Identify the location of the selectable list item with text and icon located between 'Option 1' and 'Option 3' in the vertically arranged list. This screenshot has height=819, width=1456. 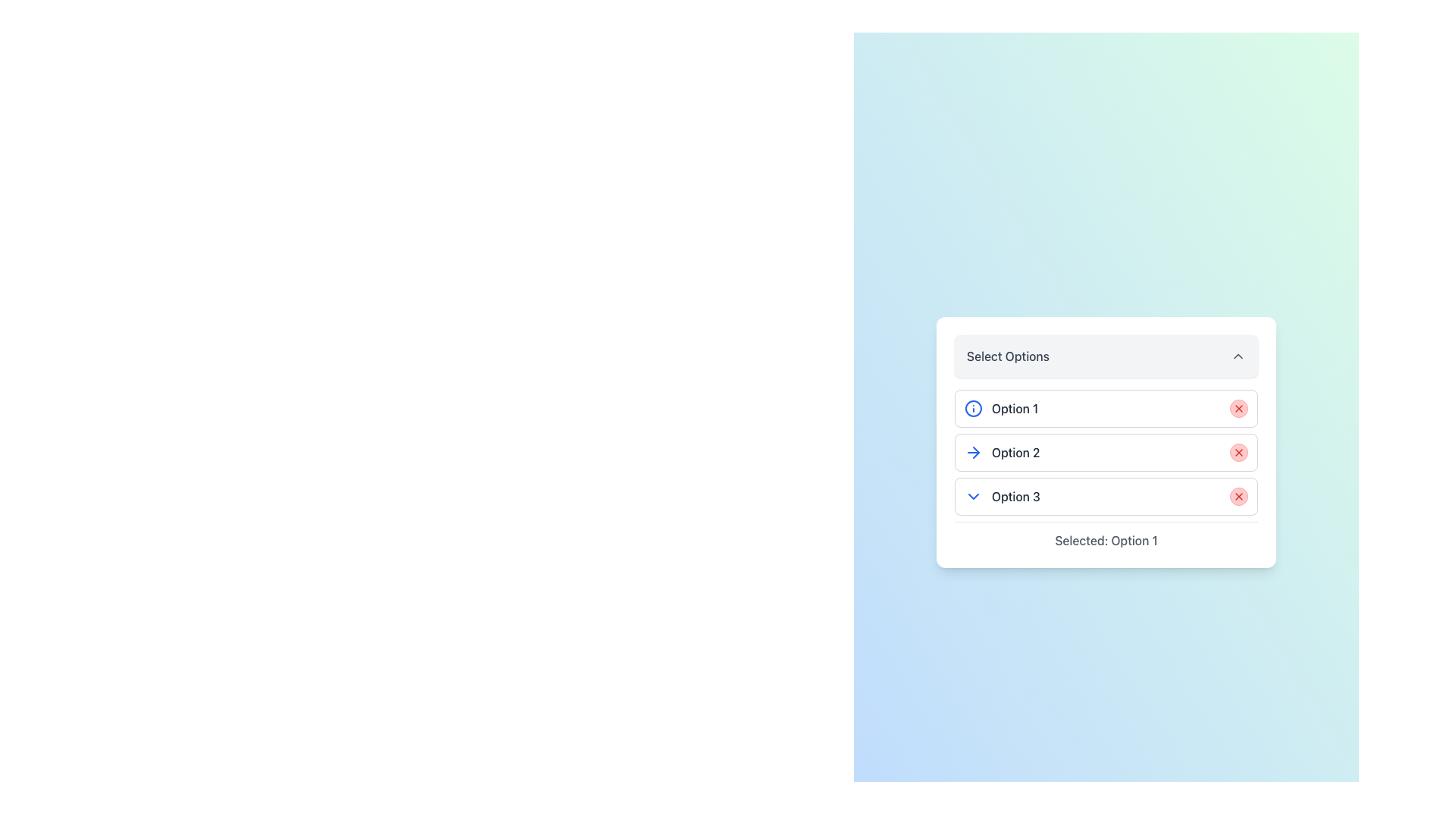
(1002, 451).